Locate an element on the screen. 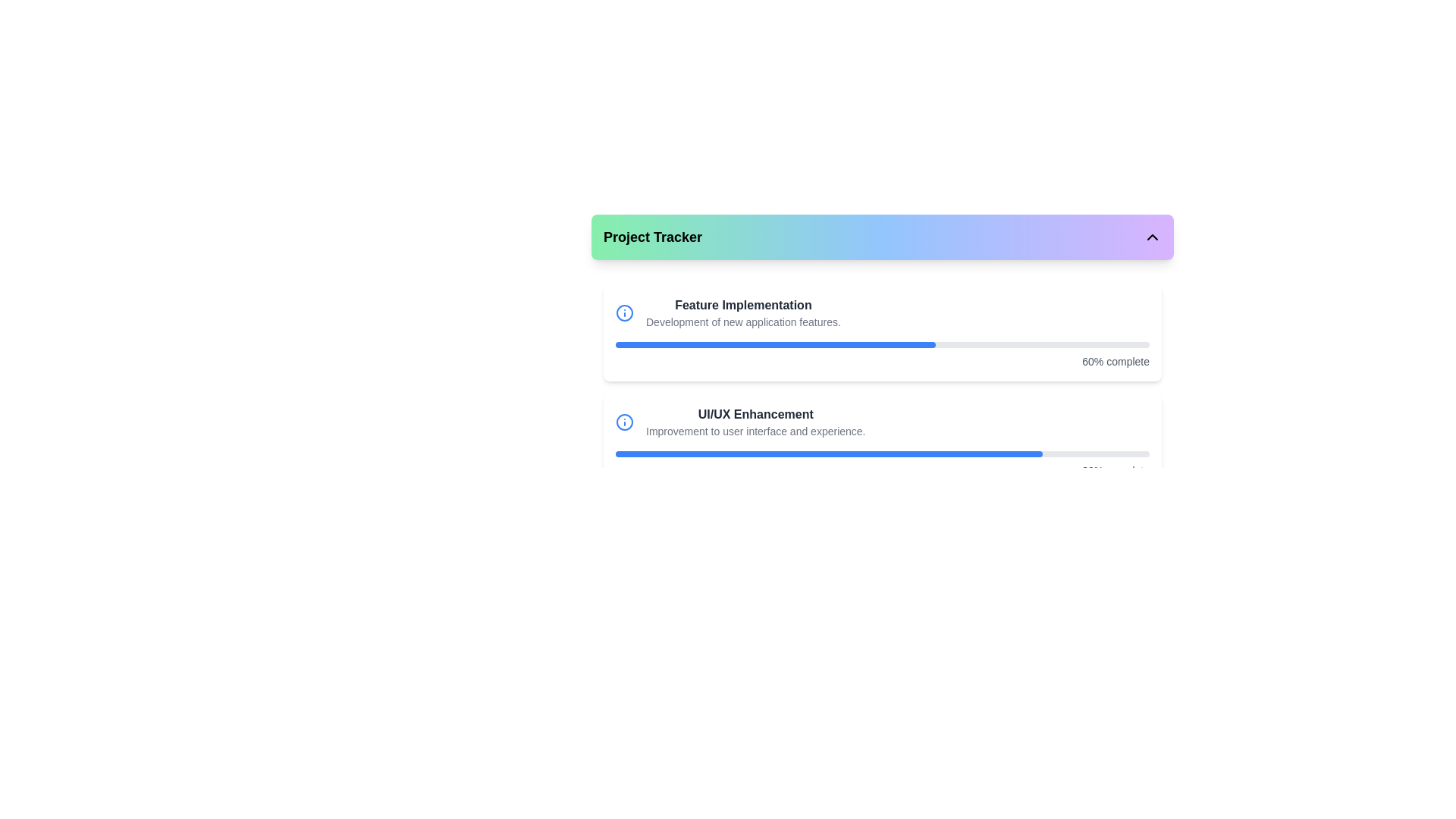 This screenshot has height=819, width=1456. the progress representation of the blue progress bar segment that fills 80% of the background bar in the 'UI/UX Enhancement' section is located at coordinates (828, 453).